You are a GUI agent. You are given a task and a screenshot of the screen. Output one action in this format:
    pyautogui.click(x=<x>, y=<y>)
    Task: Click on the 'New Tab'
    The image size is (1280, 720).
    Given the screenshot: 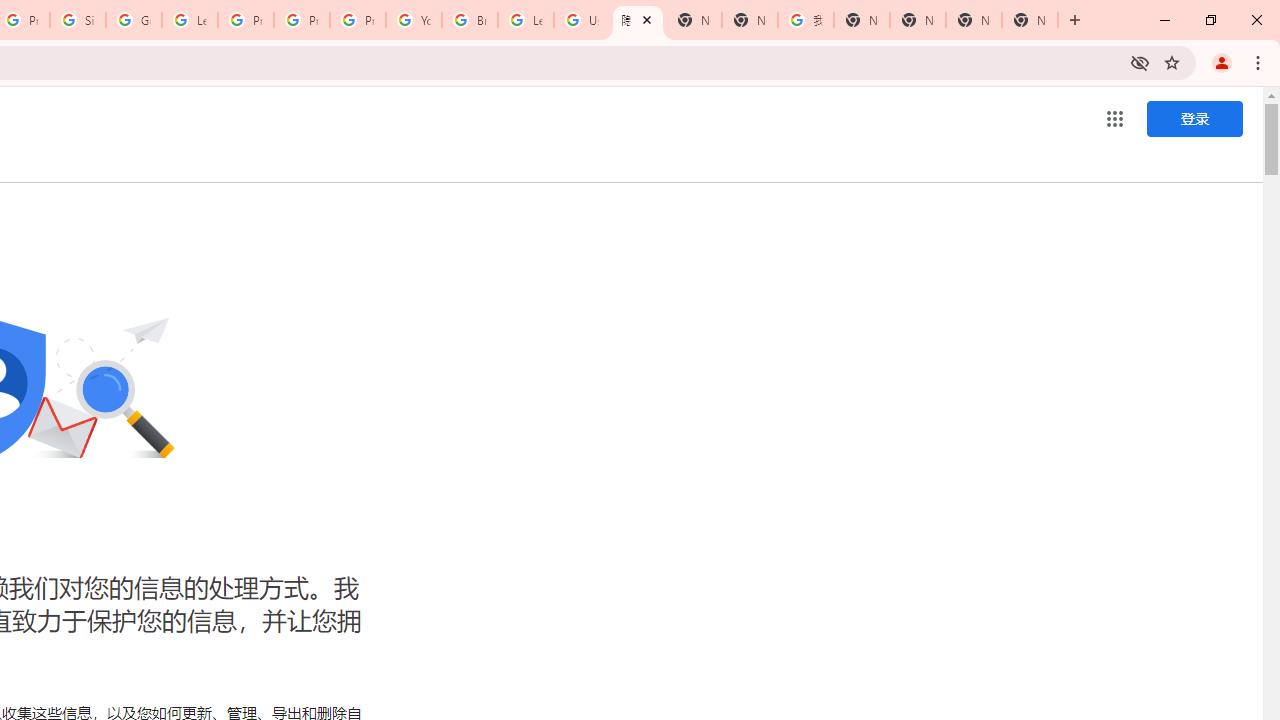 What is the action you would take?
    pyautogui.click(x=1030, y=20)
    